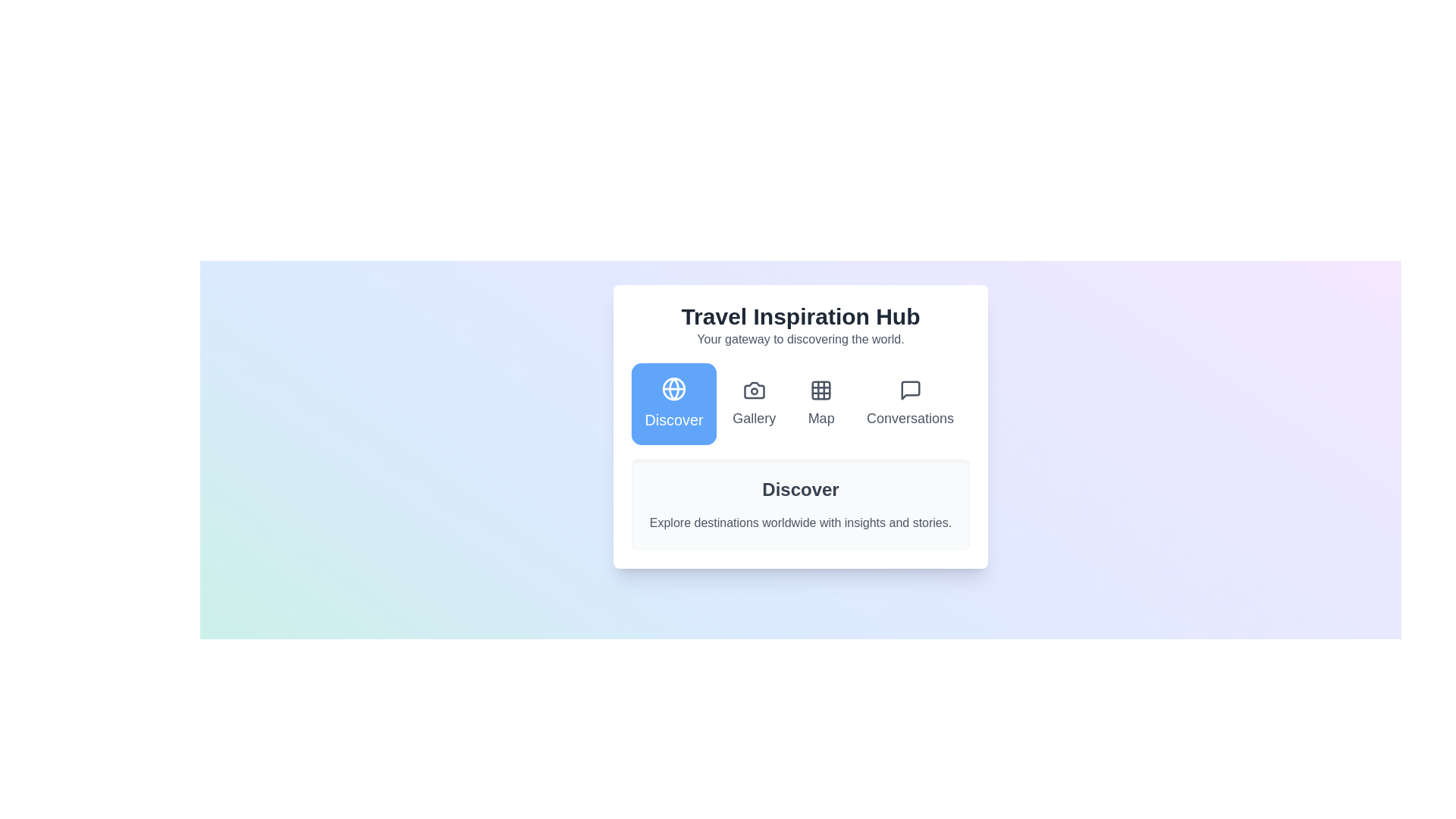 This screenshot has height=819, width=1456. Describe the element at coordinates (821, 403) in the screenshot. I see `the 'Map' button, which features a grid-like icon and is the third option` at that location.